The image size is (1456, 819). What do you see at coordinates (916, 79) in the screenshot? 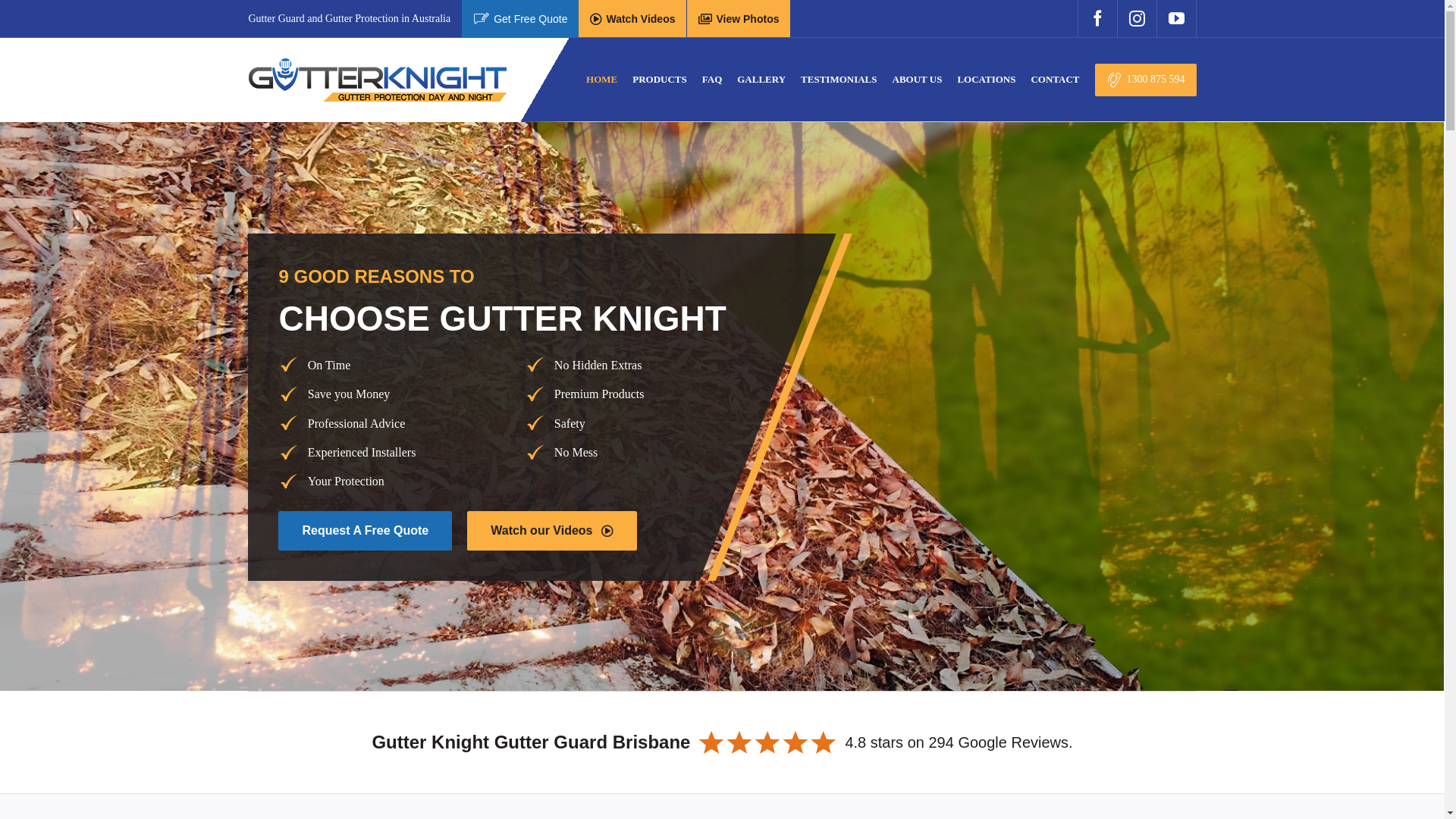
I see `'ABOUT US'` at bounding box center [916, 79].